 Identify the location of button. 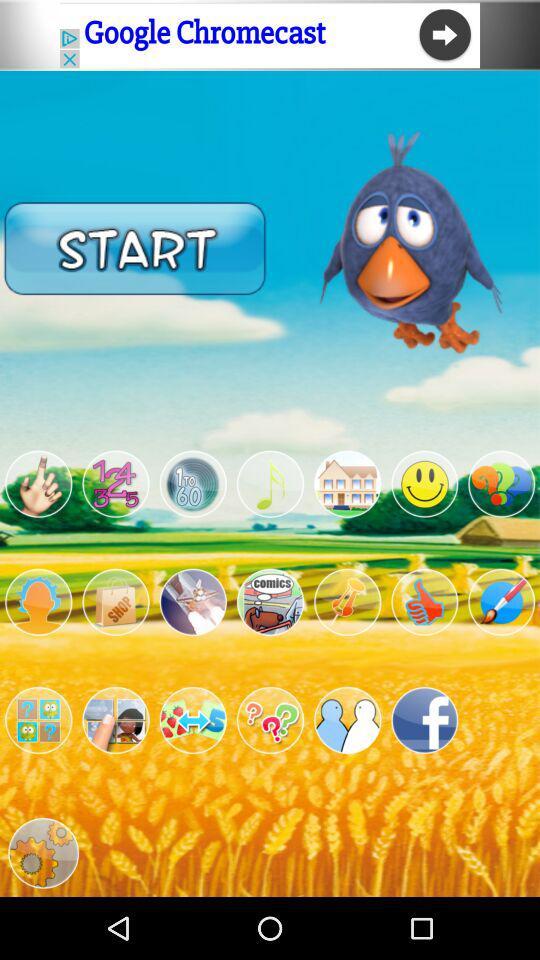
(193, 483).